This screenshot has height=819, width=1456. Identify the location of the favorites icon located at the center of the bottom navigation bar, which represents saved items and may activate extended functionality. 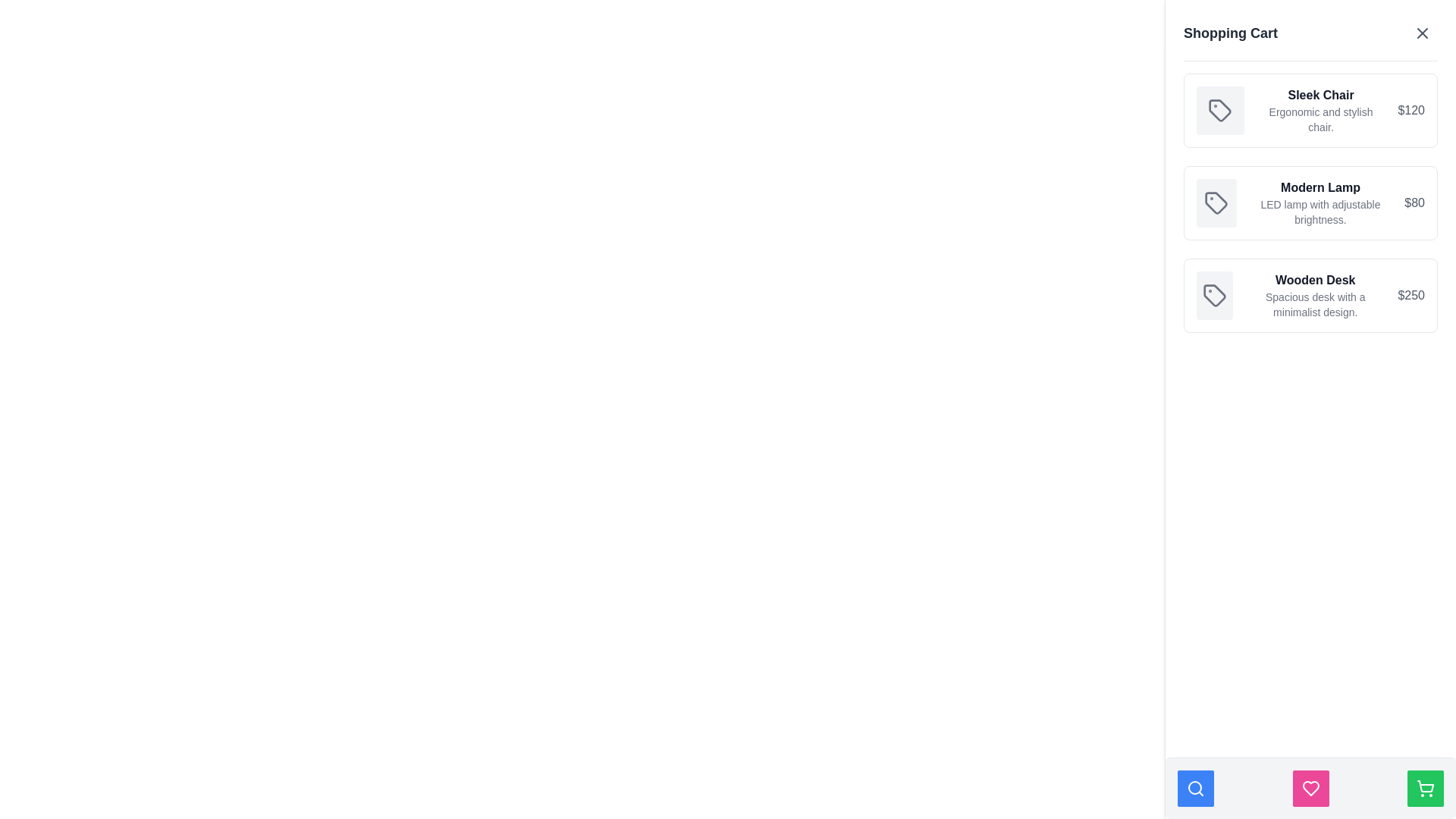
(1310, 788).